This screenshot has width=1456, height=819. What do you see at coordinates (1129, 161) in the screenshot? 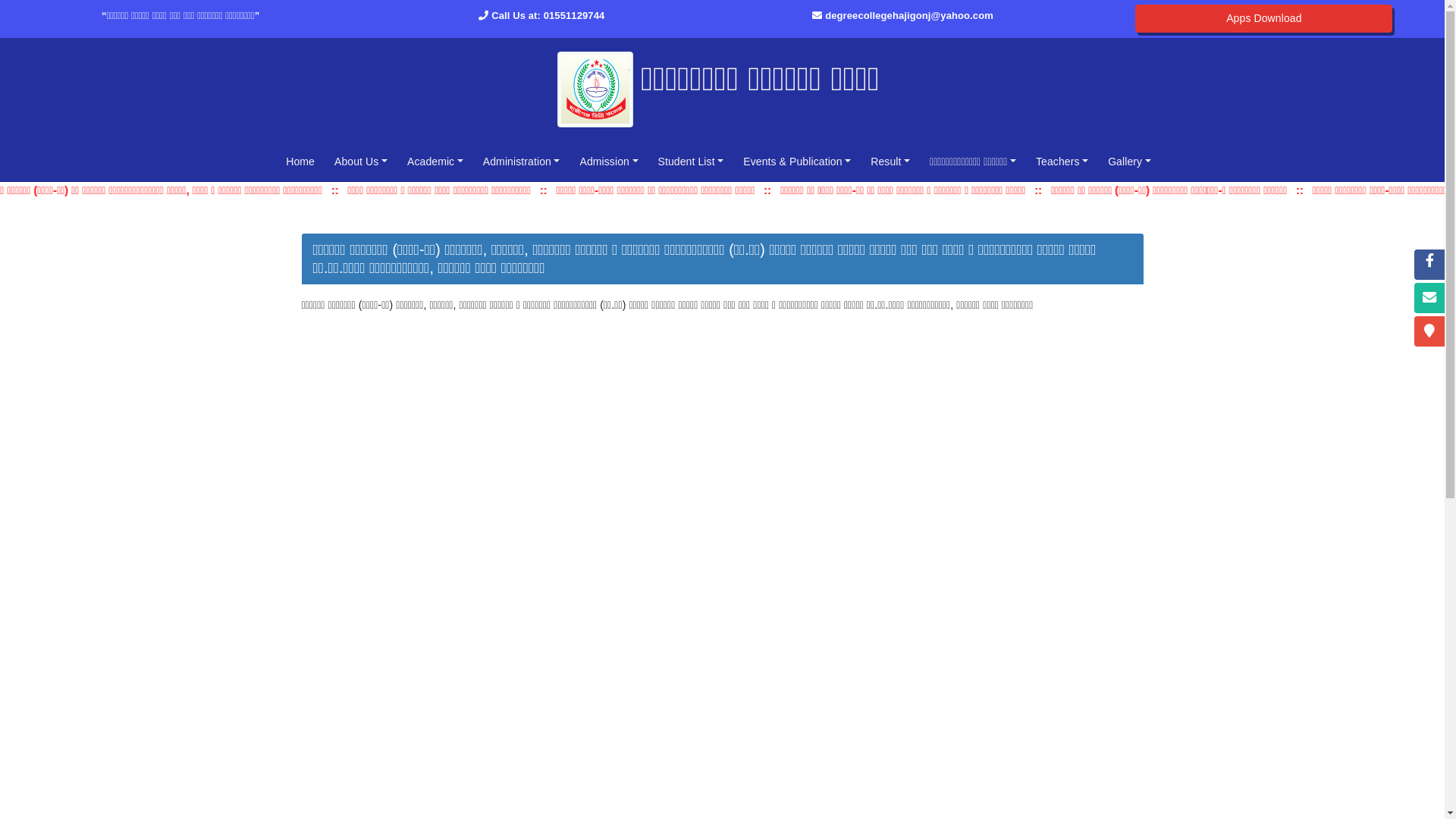
I see `'Gallery'` at bounding box center [1129, 161].